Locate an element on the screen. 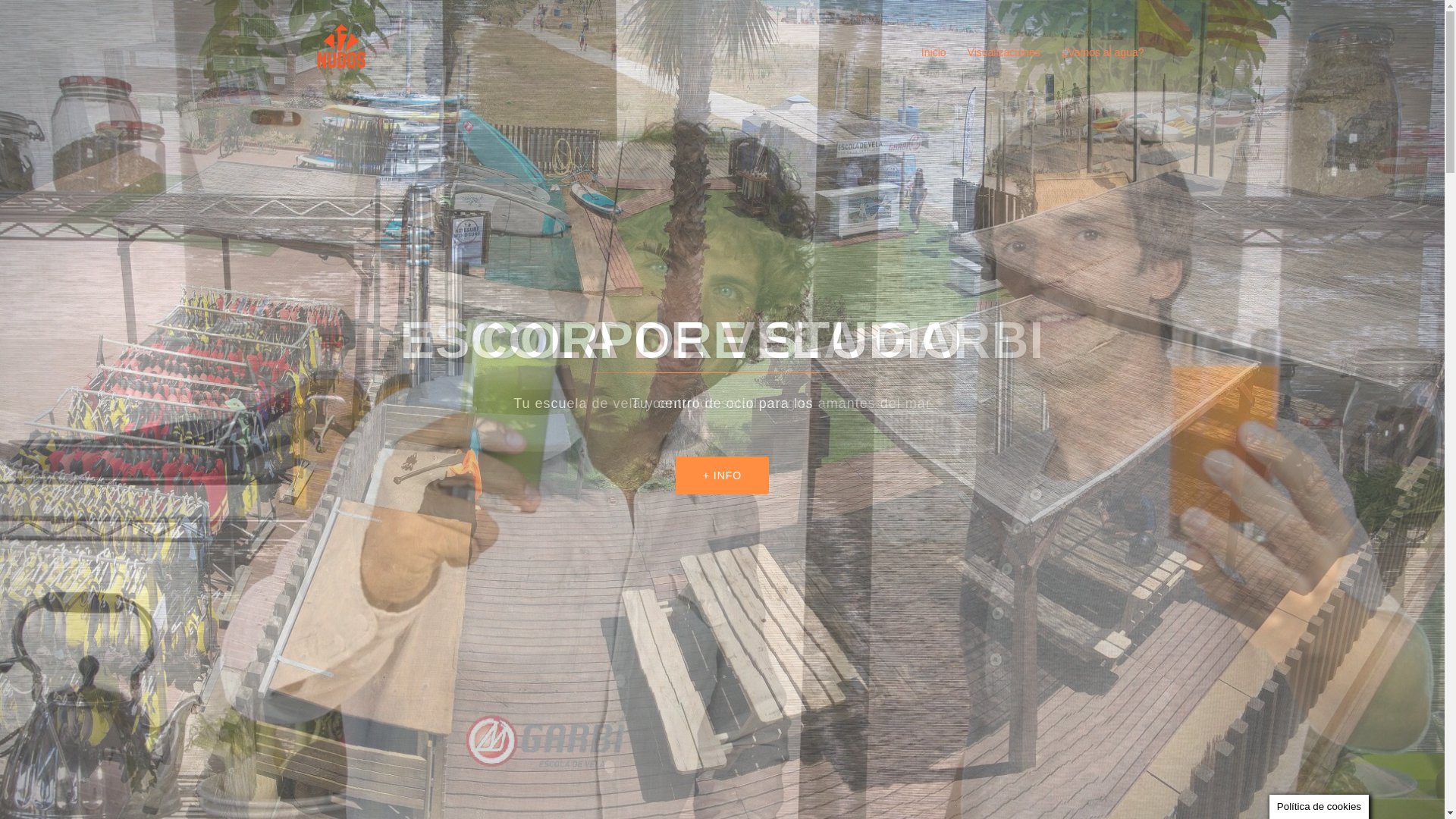  'Visualizaciones' is located at coordinates (967, 52).